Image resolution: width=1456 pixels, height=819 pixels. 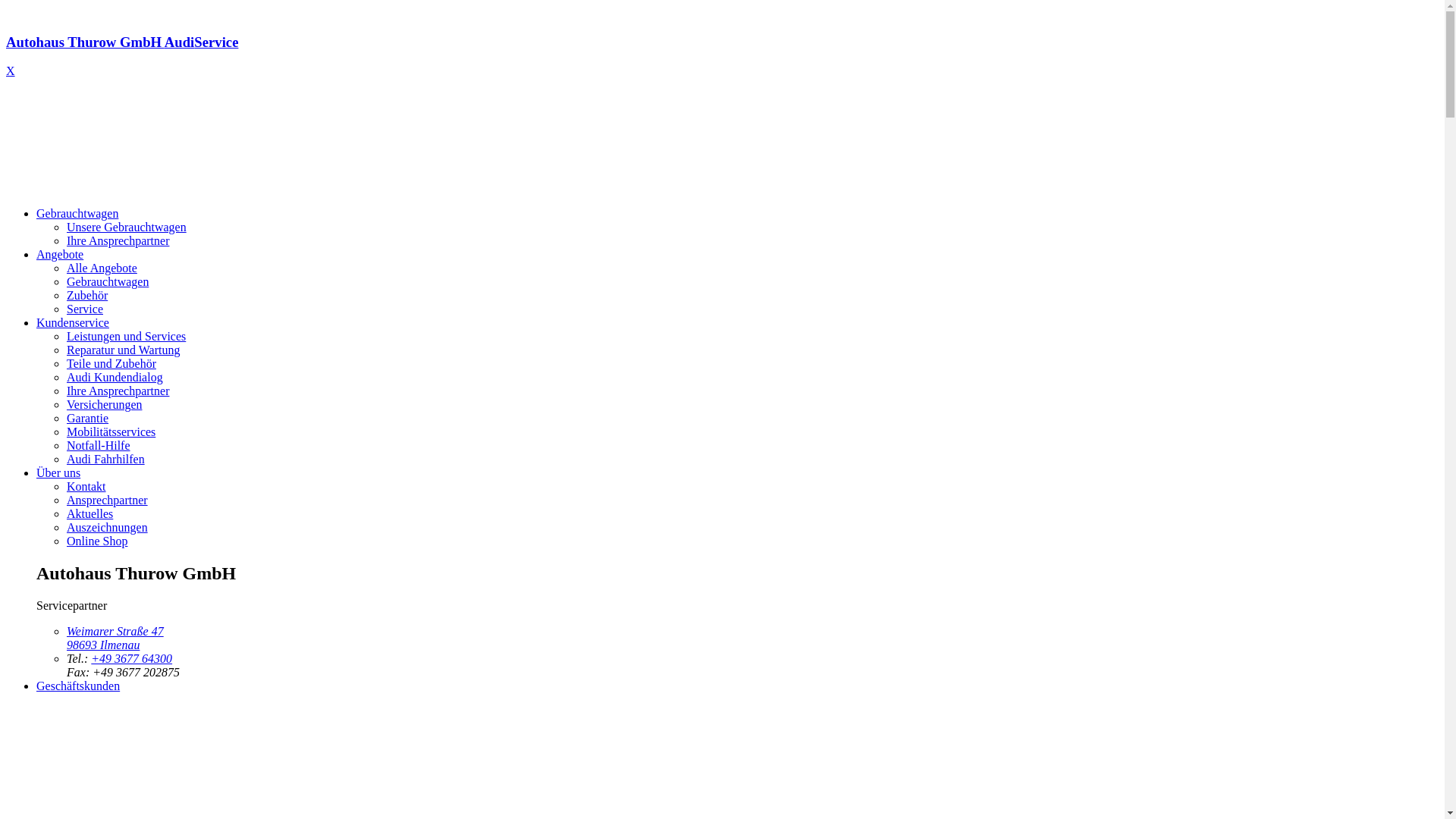 I want to click on 'Unsere Gebrauchtwagen', so click(x=65, y=227).